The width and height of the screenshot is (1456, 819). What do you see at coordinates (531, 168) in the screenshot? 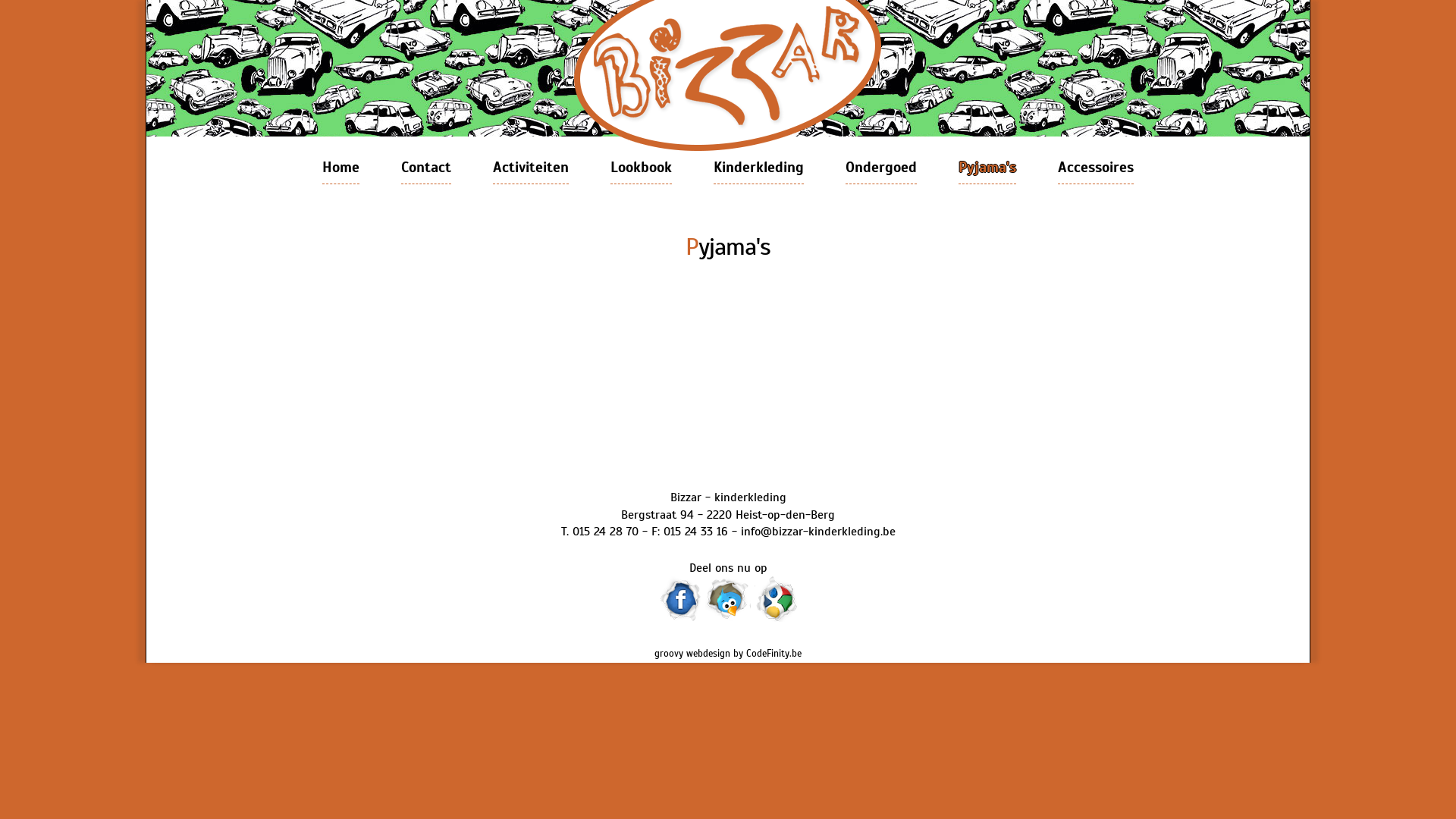
I see `'Activiteiten'` at bounding box center [531, 168].